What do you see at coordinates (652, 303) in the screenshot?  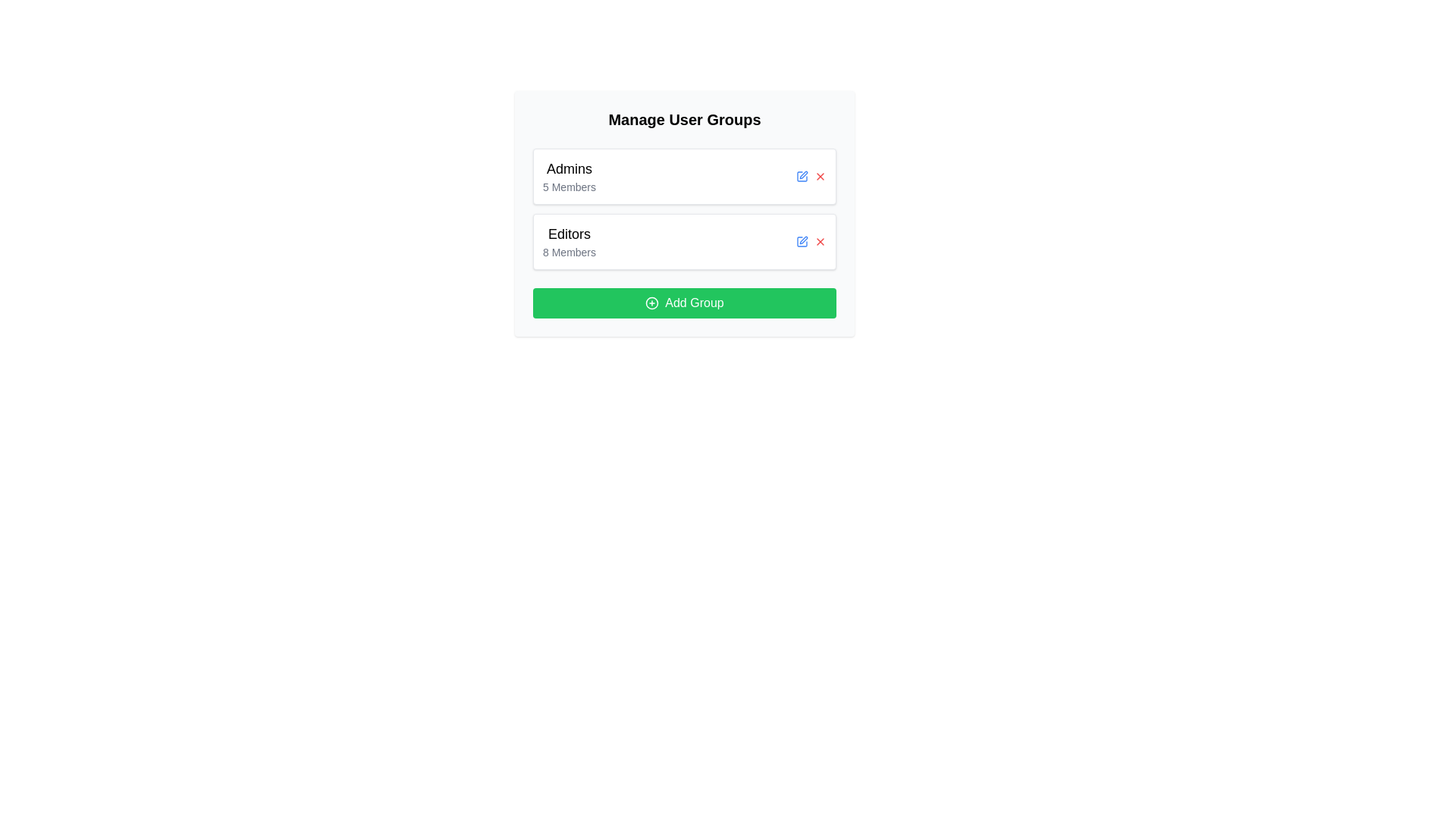 I see `the circular graphic SVG element that contains a plus sign, which is part of the icon design located to the left of the 'Add Group' button` at bounding box center [652, 303].